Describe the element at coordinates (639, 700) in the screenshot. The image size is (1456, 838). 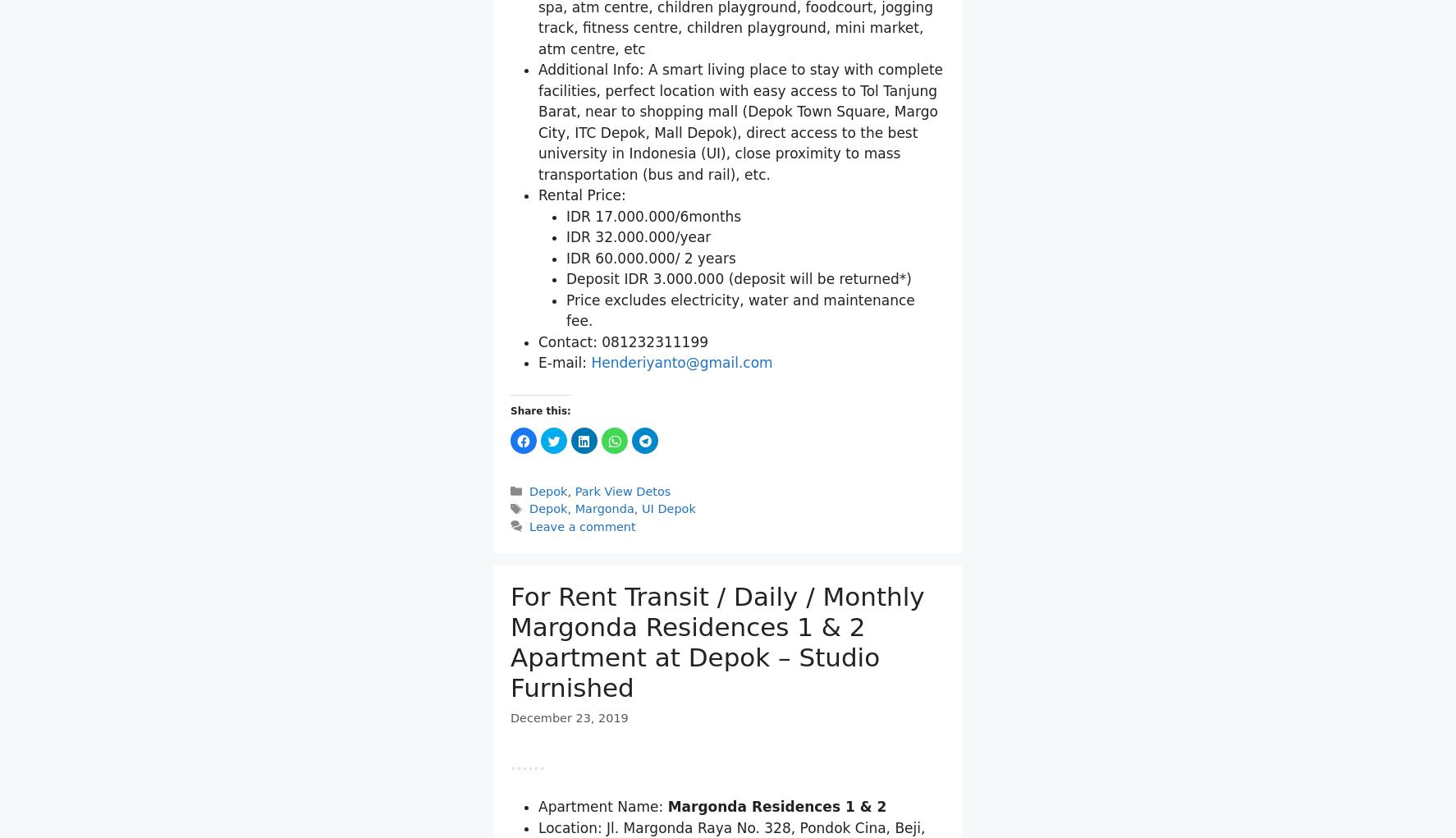
I see `'UI Depok'` at that location.